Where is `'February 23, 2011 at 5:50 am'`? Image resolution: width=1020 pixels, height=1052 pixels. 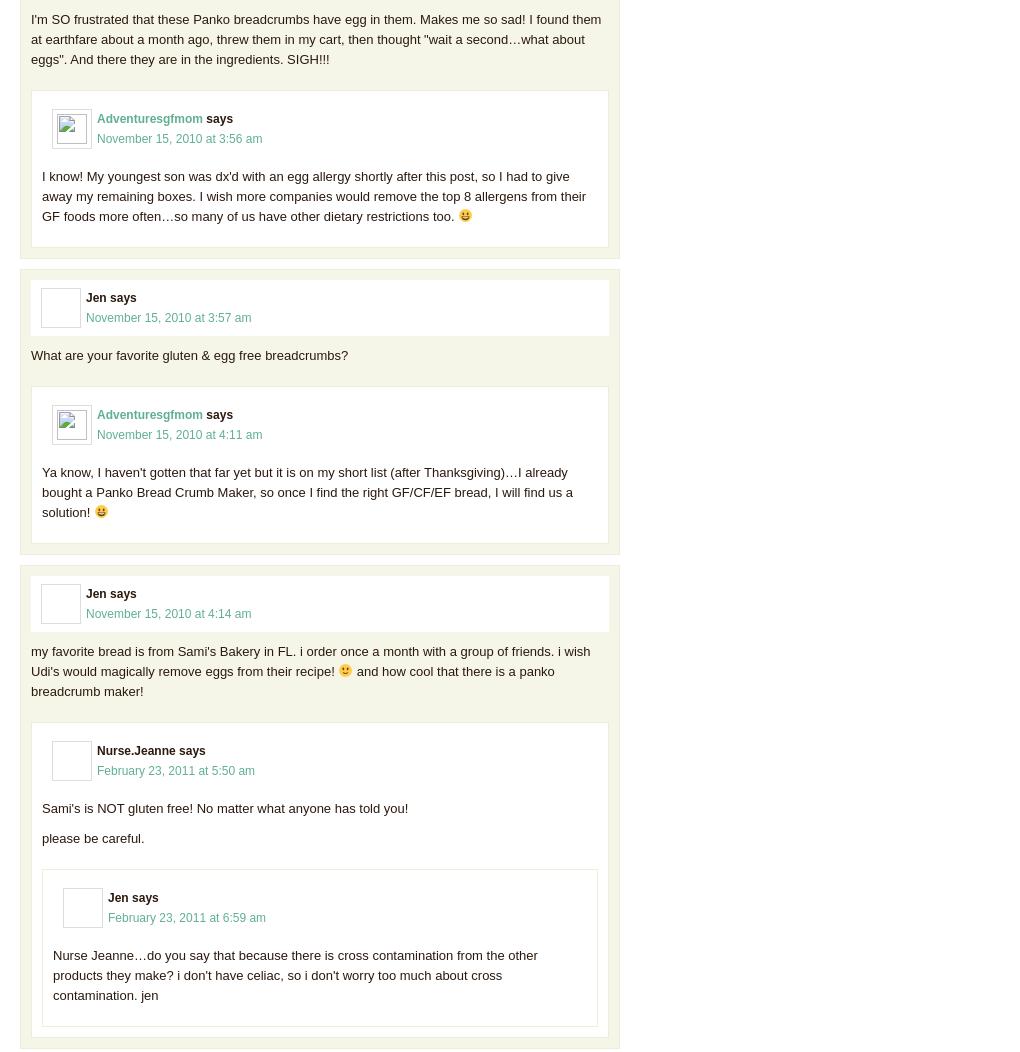
'February 23, 2011 at 5:50 am' is located at coordinates (174, 768).